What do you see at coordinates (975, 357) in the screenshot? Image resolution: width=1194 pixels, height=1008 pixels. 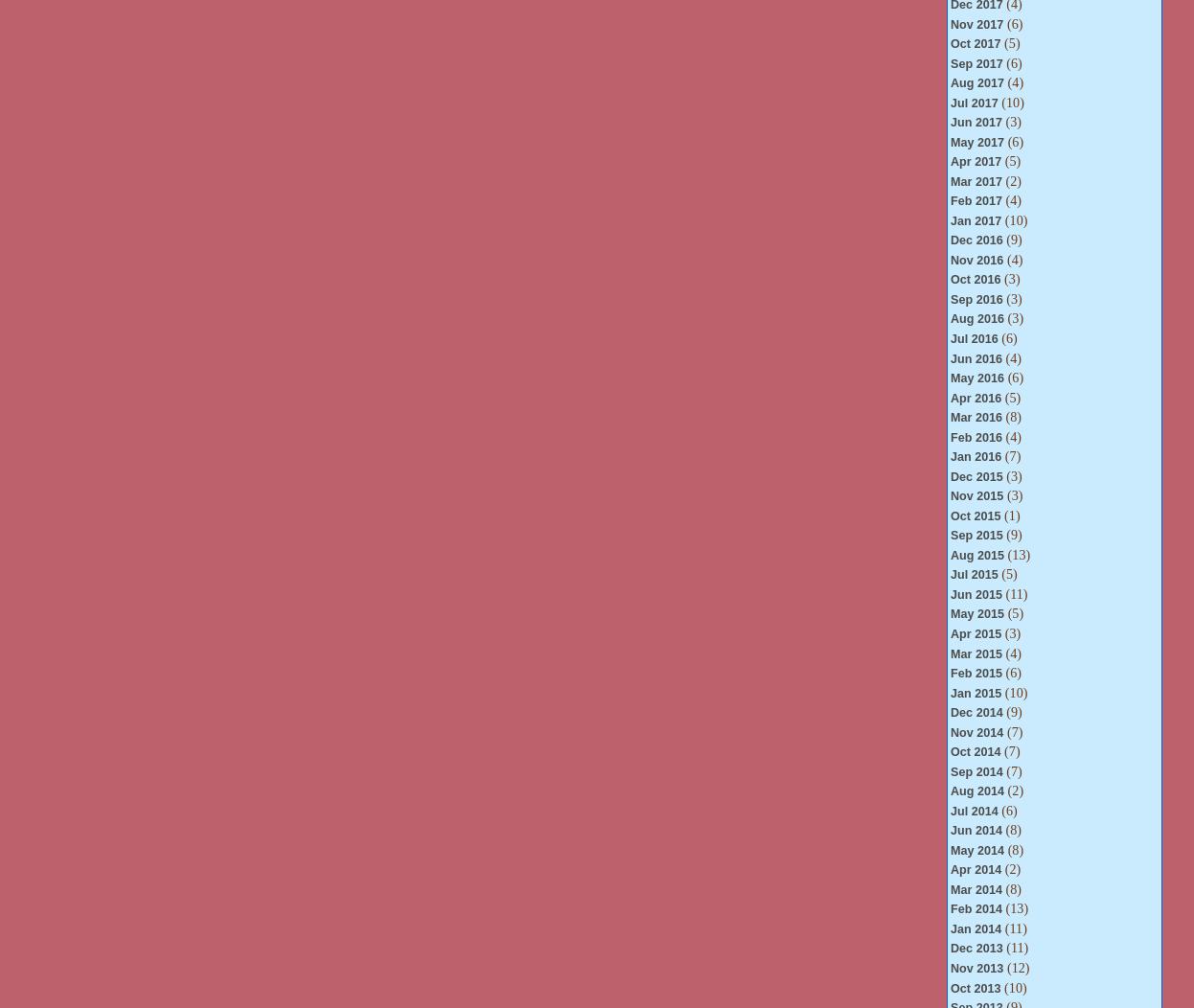 I see `'Jun 2016'` at bounding box center [975, 357].